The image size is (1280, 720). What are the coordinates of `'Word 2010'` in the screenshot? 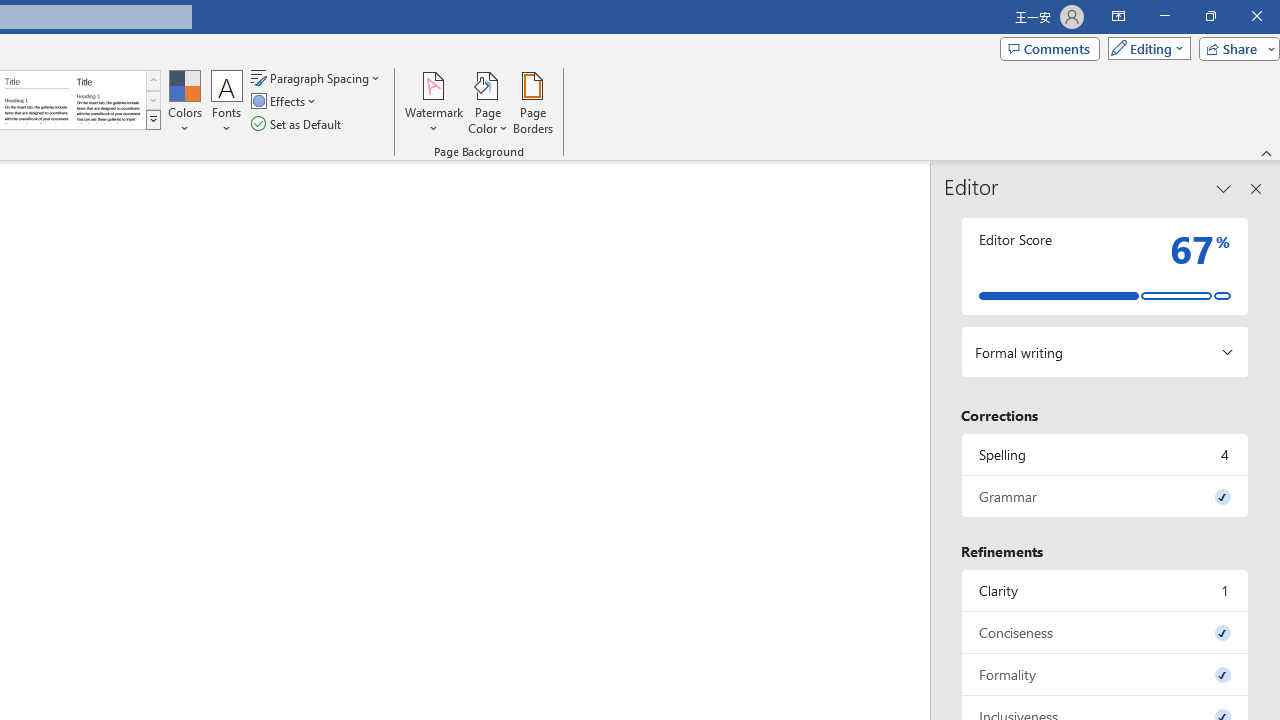 It's located at (37, 100).